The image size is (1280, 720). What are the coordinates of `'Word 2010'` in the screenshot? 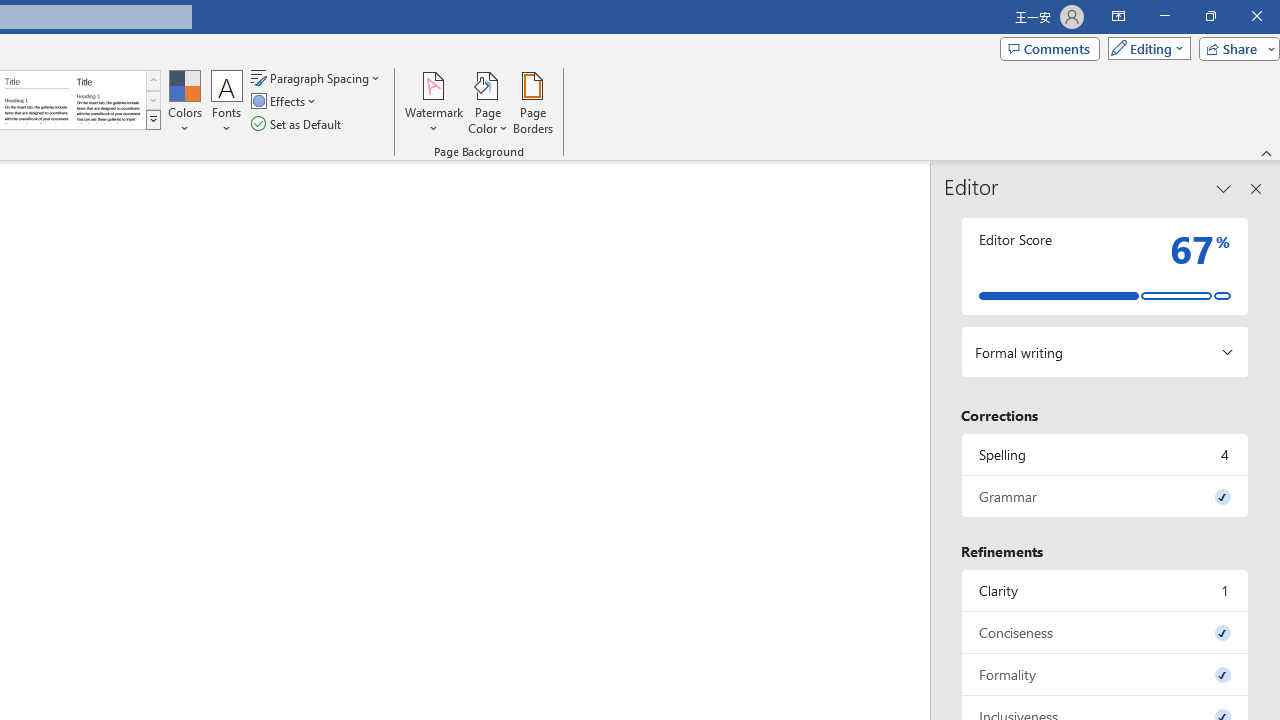 It's located at (37, 100).